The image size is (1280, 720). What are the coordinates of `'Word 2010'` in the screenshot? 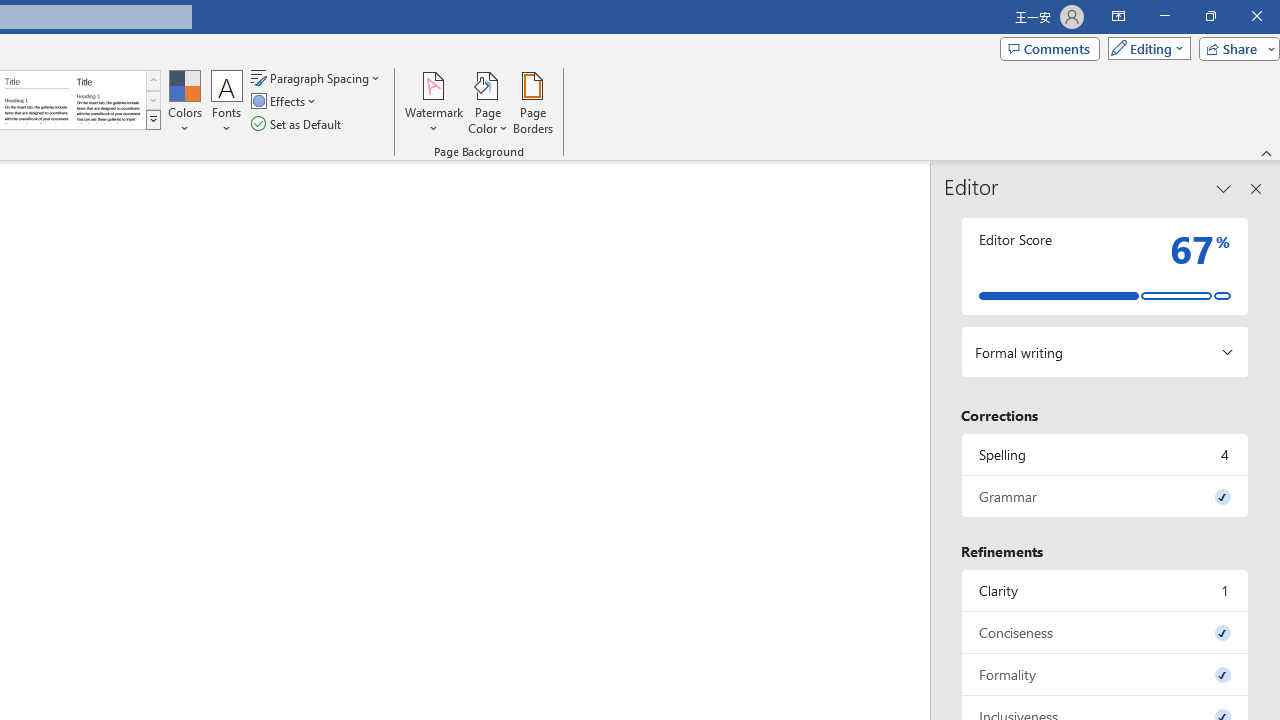 It's located at (37, 100).